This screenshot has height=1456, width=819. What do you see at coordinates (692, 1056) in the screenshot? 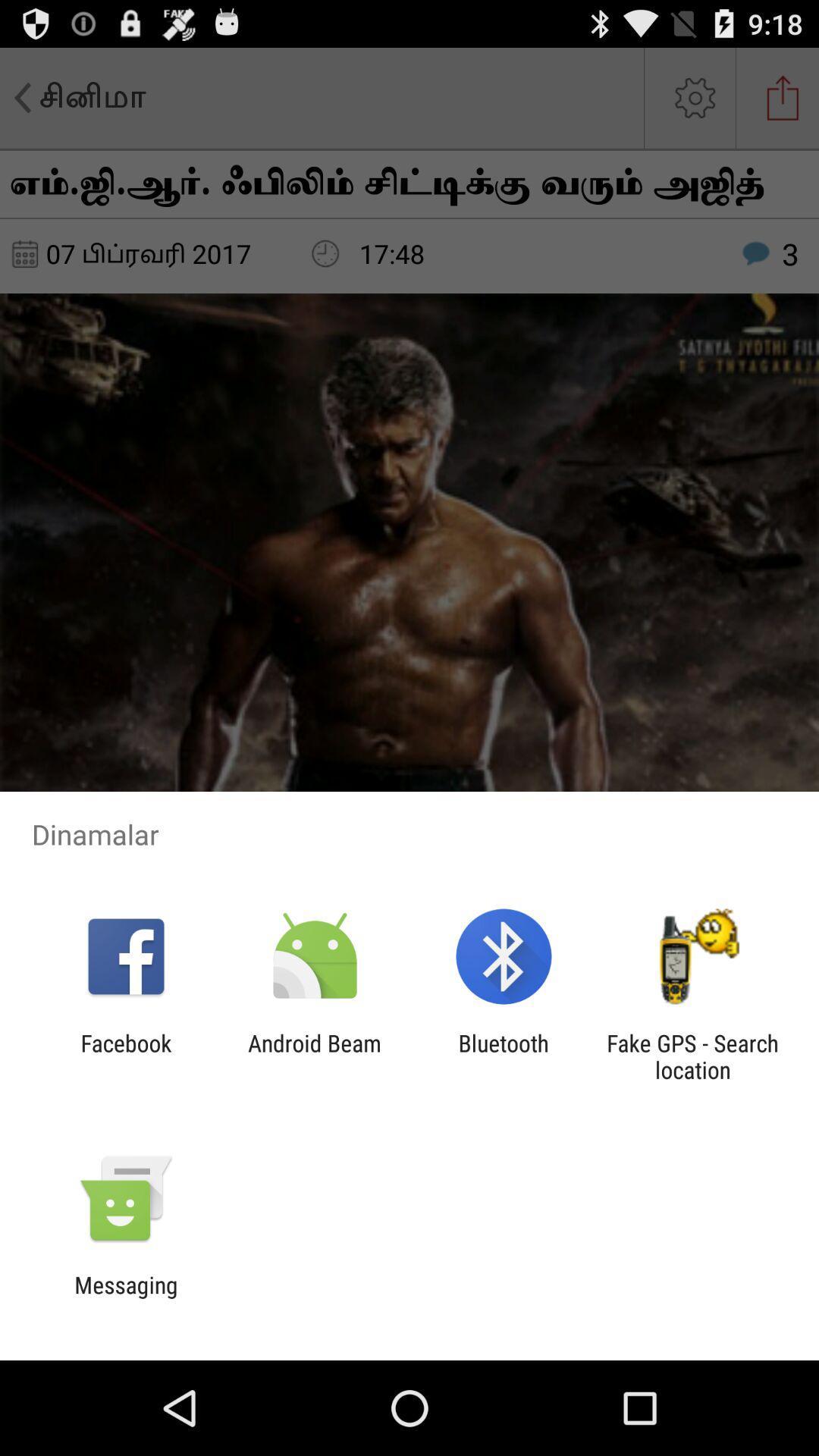
I see `the app to the right of bluetooth item` at bounding box center [692, 1056].